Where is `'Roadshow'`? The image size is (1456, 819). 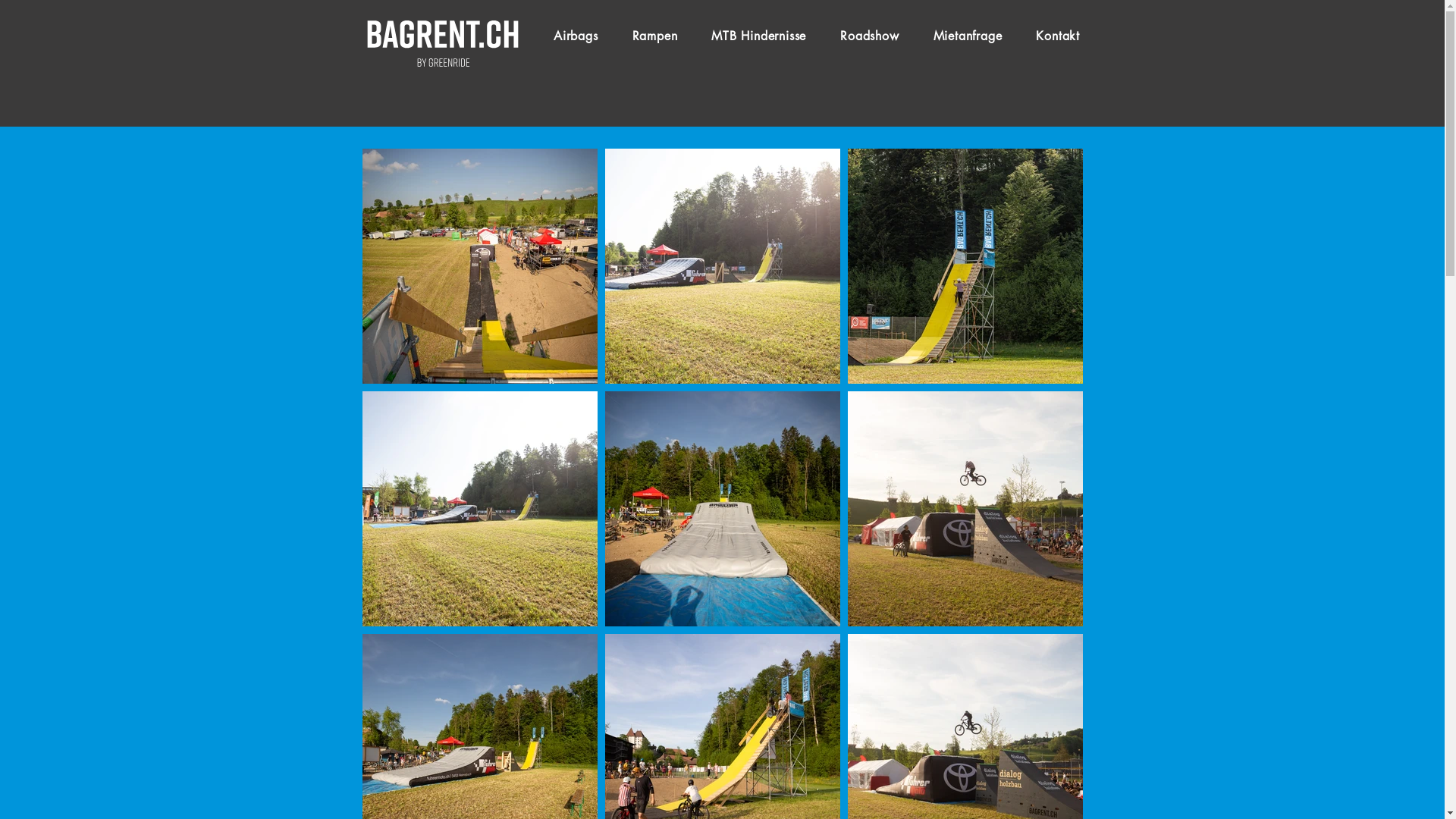 'Roadshow' is located at coordinates (870, 35).